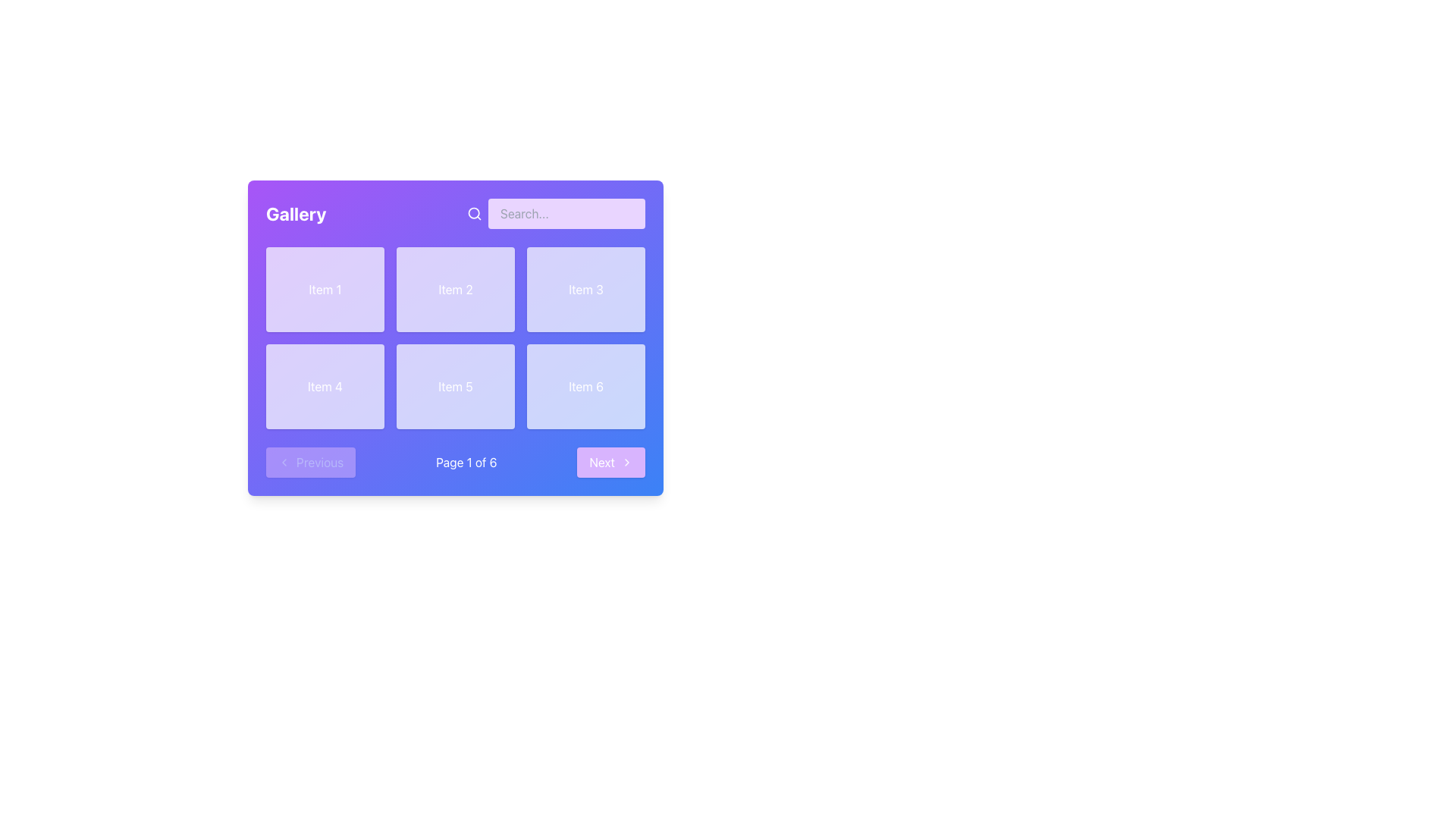 The height and width of the screenshot is (819, 1456). What do you see at coordinates (585, 385) in the screenshot?
I see `the 'Item 6' text label element, which is displayed in a white rounded rectangular box with a glowing effect, located in the lower-right section of the grid layout` at bounding box center [585, 385].